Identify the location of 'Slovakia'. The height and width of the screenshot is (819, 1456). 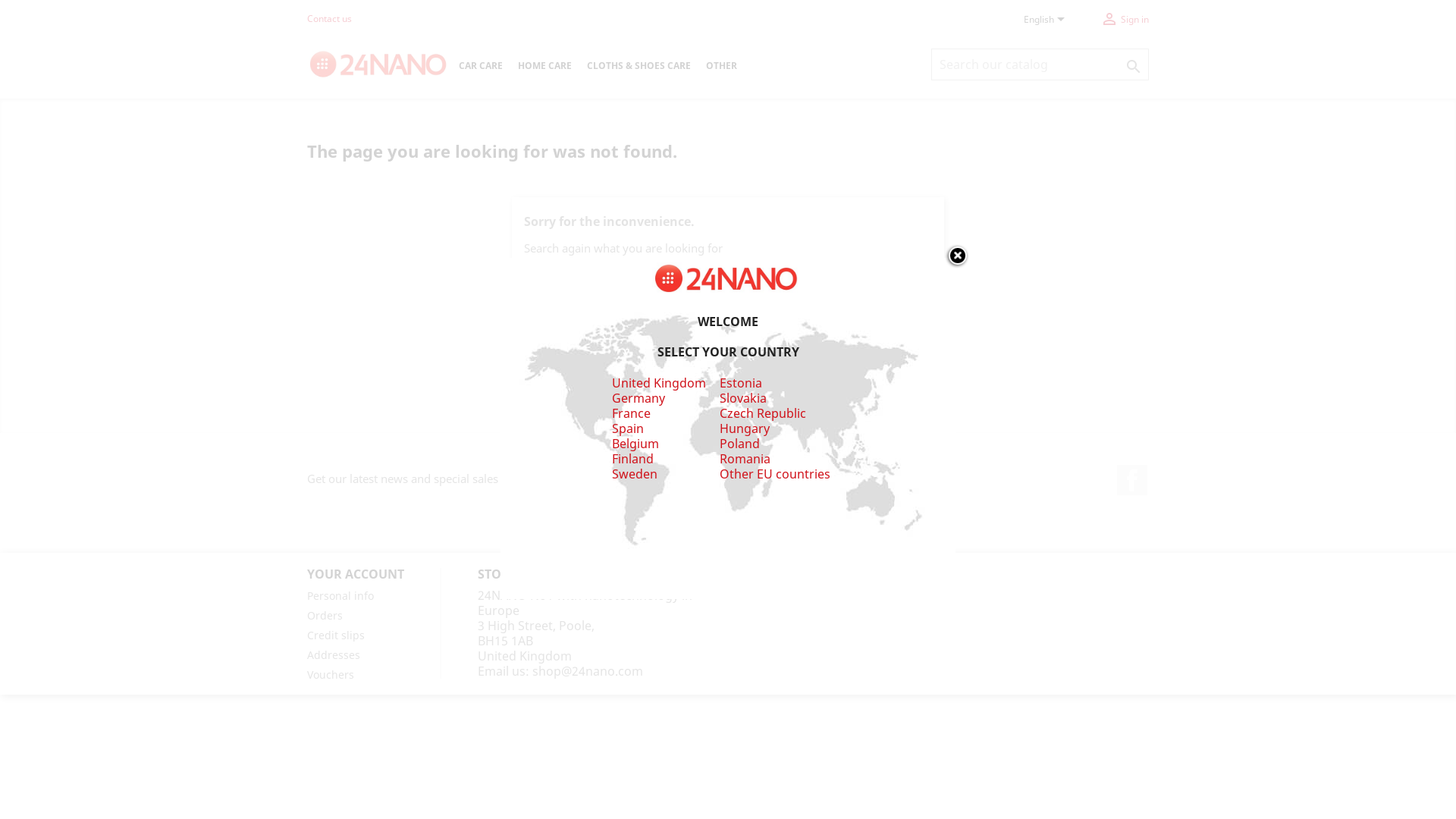
(742, 405).